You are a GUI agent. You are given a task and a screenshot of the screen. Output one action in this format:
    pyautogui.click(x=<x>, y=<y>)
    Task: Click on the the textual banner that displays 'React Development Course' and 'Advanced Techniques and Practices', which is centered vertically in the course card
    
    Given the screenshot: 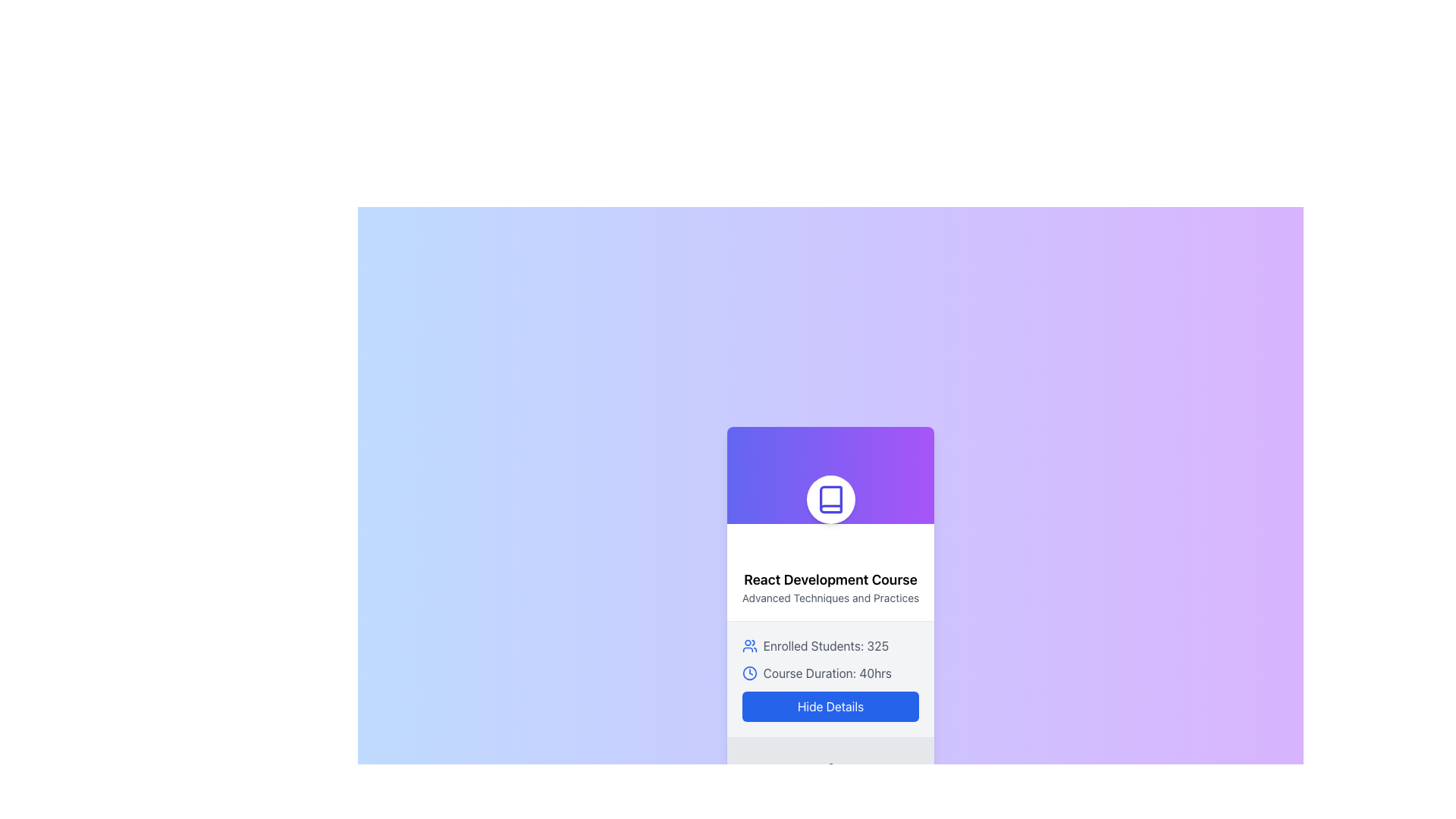 What is the action you would take?
    pyautogui.click(x=830, y=587)
    